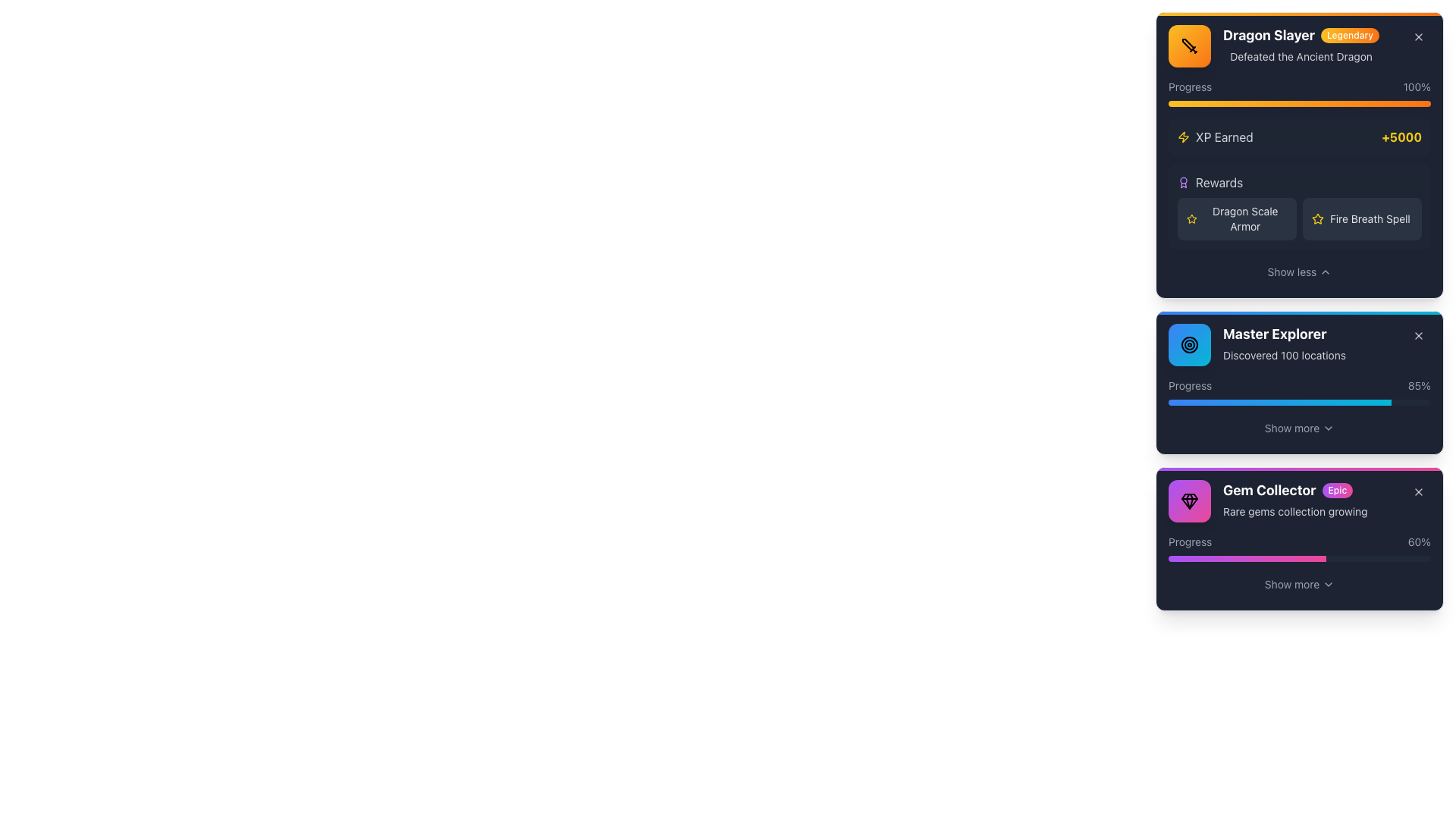 The image size is (1456, 819). Describe the element at coordinates (1337, 491) in the screenshot. I see `the badge indicating the epic rarity level in the 'Gem Collector' section, located to the right of the 'Gem Collector' text` at that location.